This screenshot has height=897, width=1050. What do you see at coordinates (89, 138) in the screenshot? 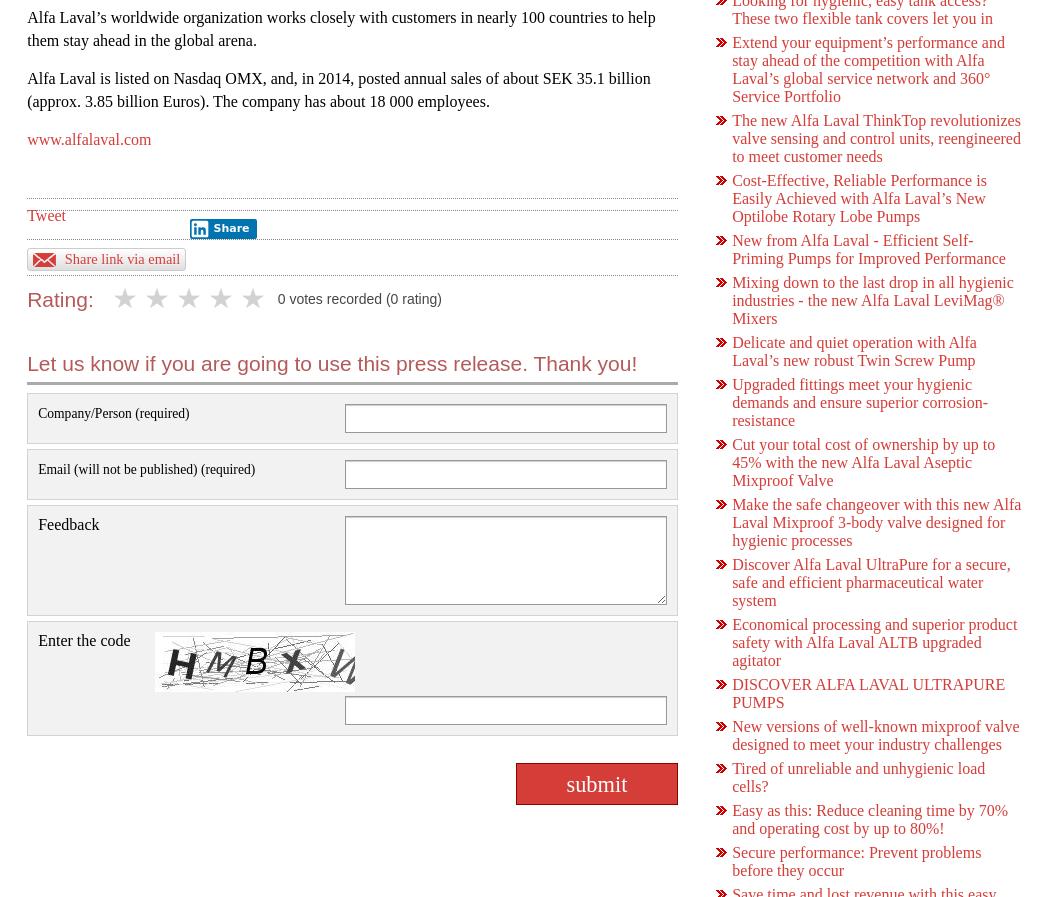
I see `'www.alfalaval.com'` at bounding box center [89, 138].